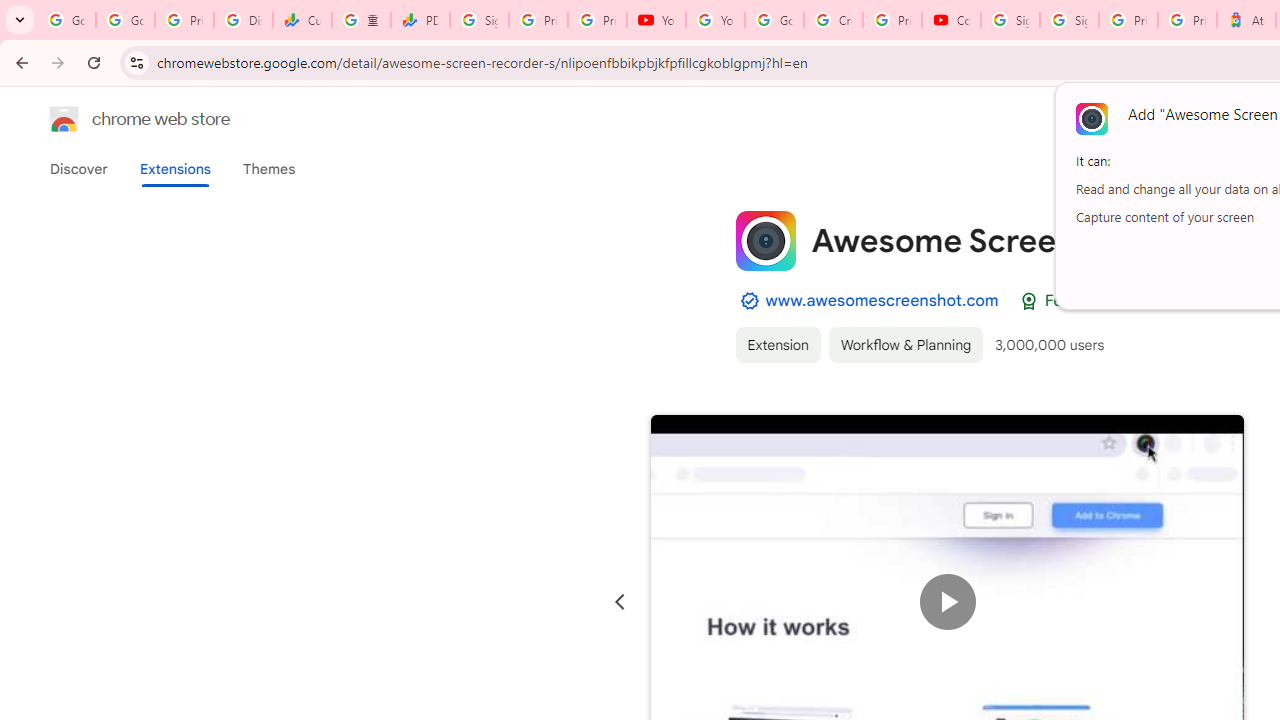  Describe the element at coordinates (773, 20) in the screenshot. I see `'Google Account Help'` at that location.